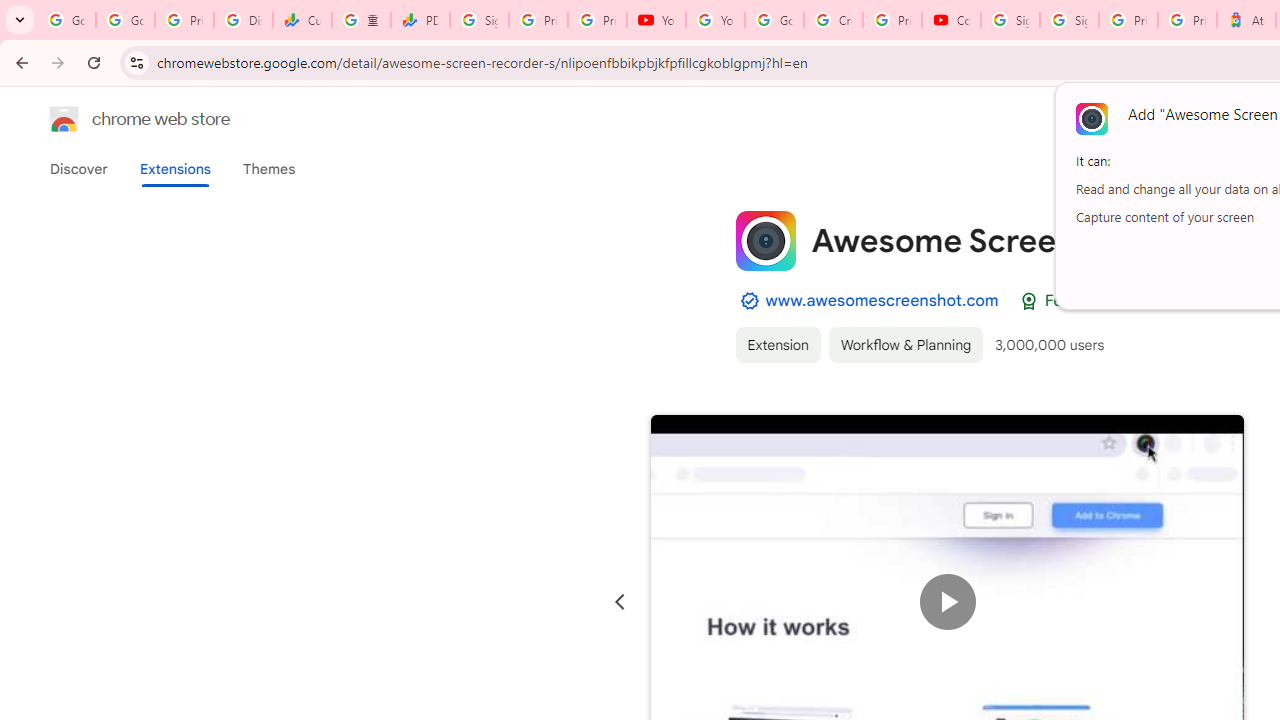  Describe the element at coordinates (773, 20) in the screenshot. I see `'Google Account Help'` at that location.